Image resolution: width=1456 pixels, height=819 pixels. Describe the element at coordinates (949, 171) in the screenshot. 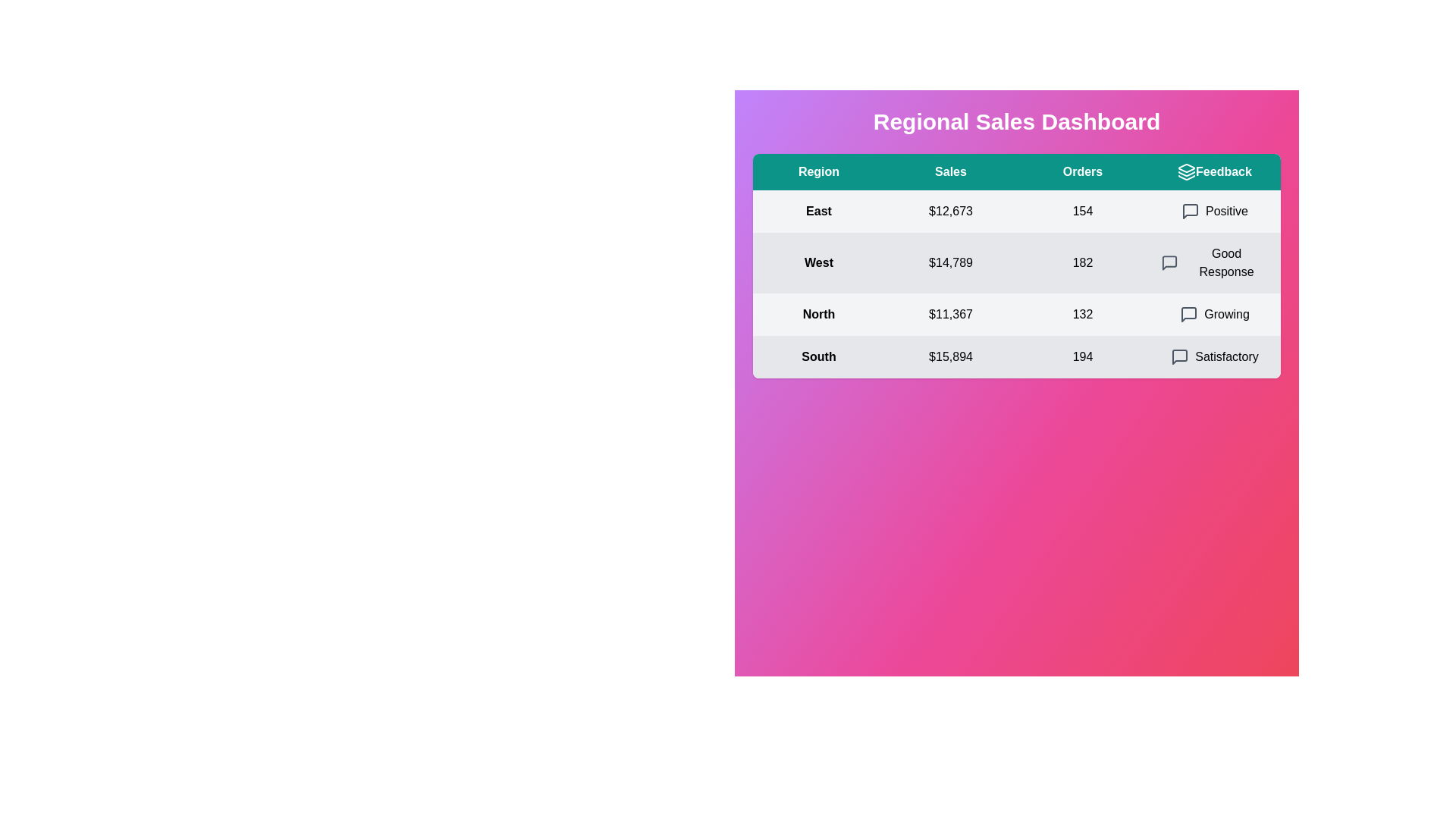

I see `the text in the table header Sales` at that location.